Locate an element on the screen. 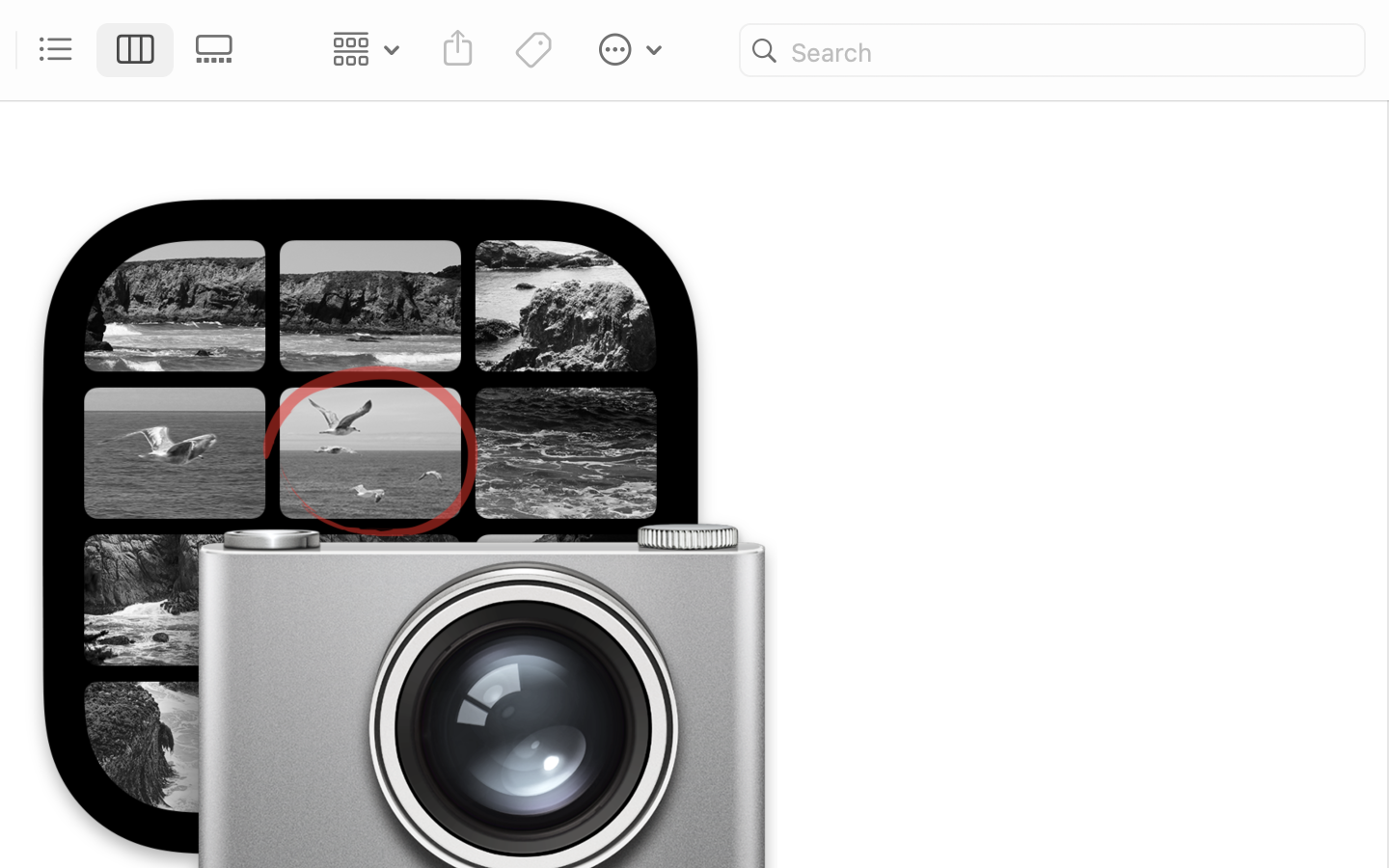  '1' is located at coordinates (134, 49).